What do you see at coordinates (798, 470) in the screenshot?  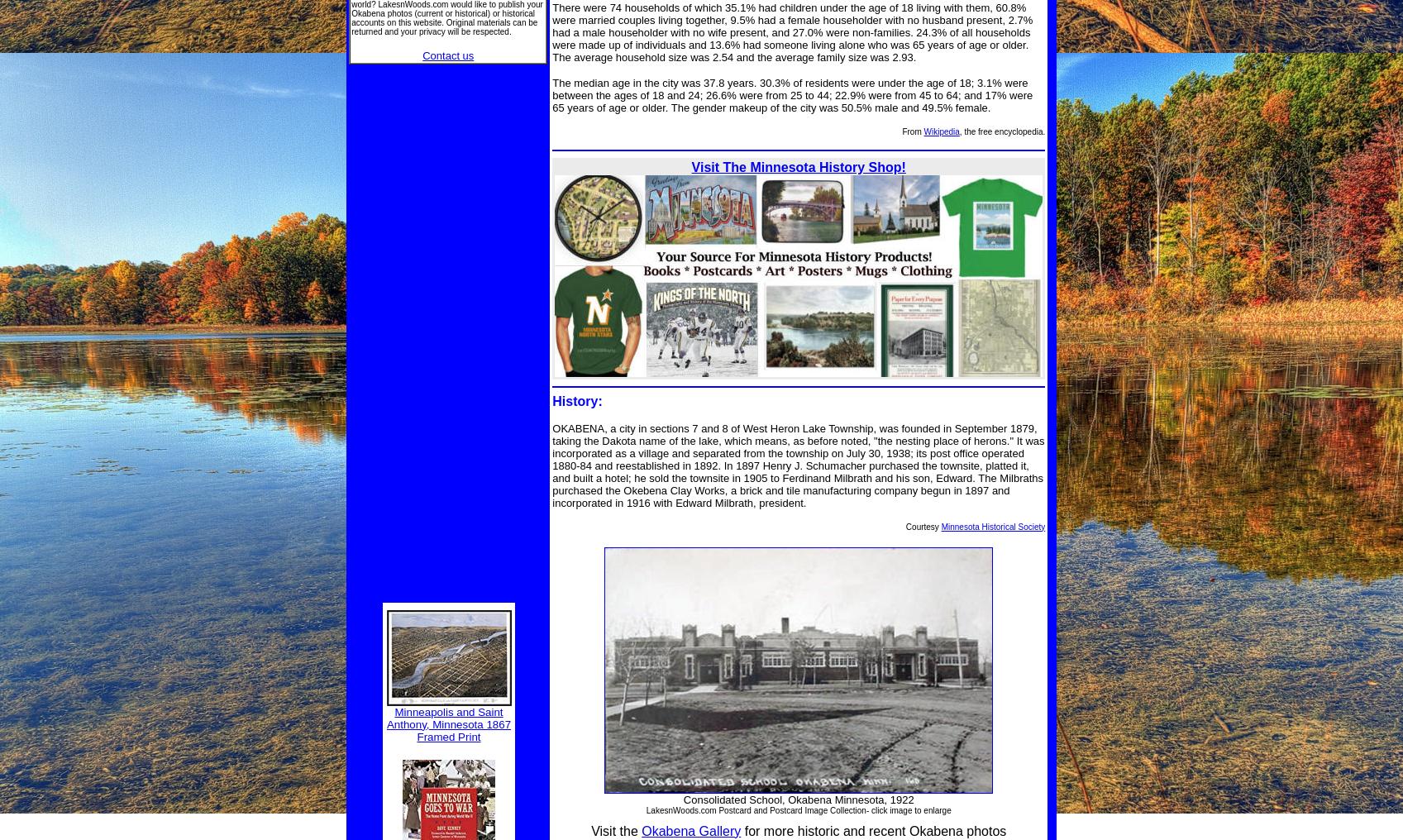 I see `'name of the lake, which means, as before noted, "the nesting place of 
		herons." It was incorporated as a village and separated from the 
		township on July 30, 1938; its post office operated 1880-84 and 
		reestablished in 1892. In 1897 Henry J. Schumacher purchased the 
		townsite, platted it, and built a hotel; he sold the townsite in 1905 to 
		Ferdinand Milbrath and his son, Edward. The Milbraths purchased the 
		Okebena Clay Works, a brick and tile manufacturing company begun in 1897 
		and incorporated in 1916 with Edward Milbrath, president.'` at bounding box center [798, 470].